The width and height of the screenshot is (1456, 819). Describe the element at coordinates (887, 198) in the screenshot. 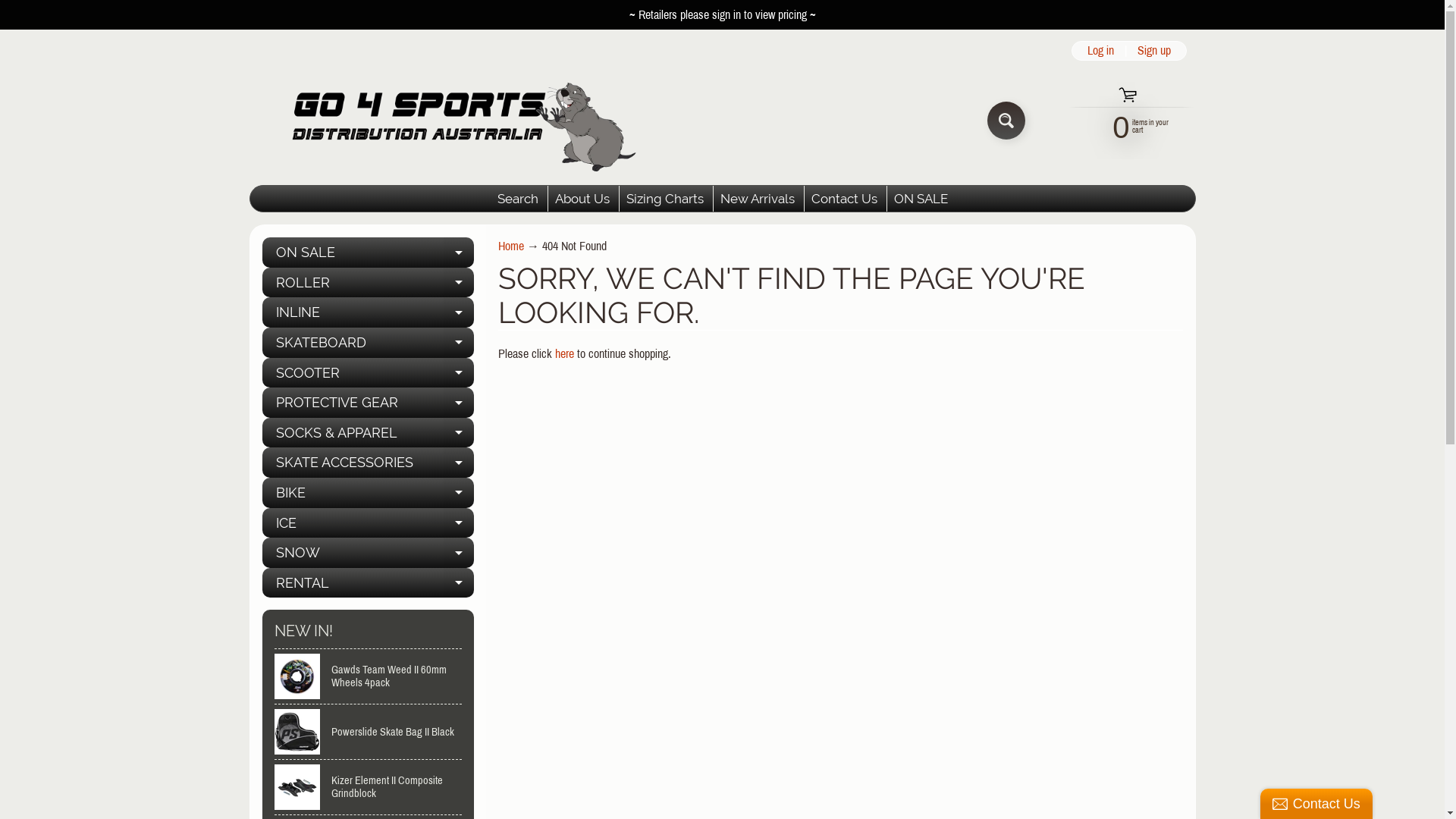

I see `'ON SALE'` at that location.